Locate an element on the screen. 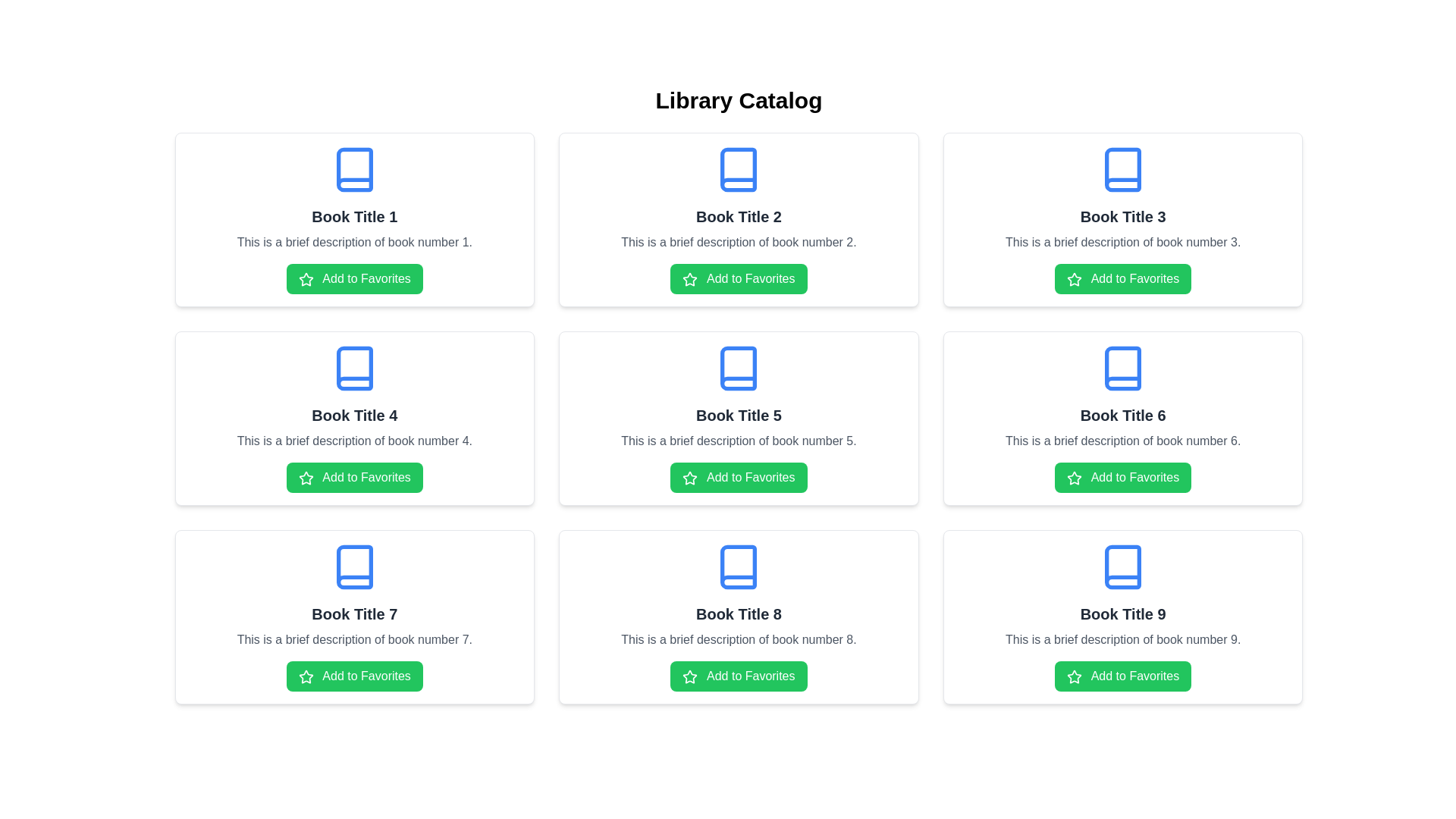  the green star icon with a white border located to the left of the 'Add to Favorites' button in the top-left card of the 3x3 grid is located at coordinates (305, 279).